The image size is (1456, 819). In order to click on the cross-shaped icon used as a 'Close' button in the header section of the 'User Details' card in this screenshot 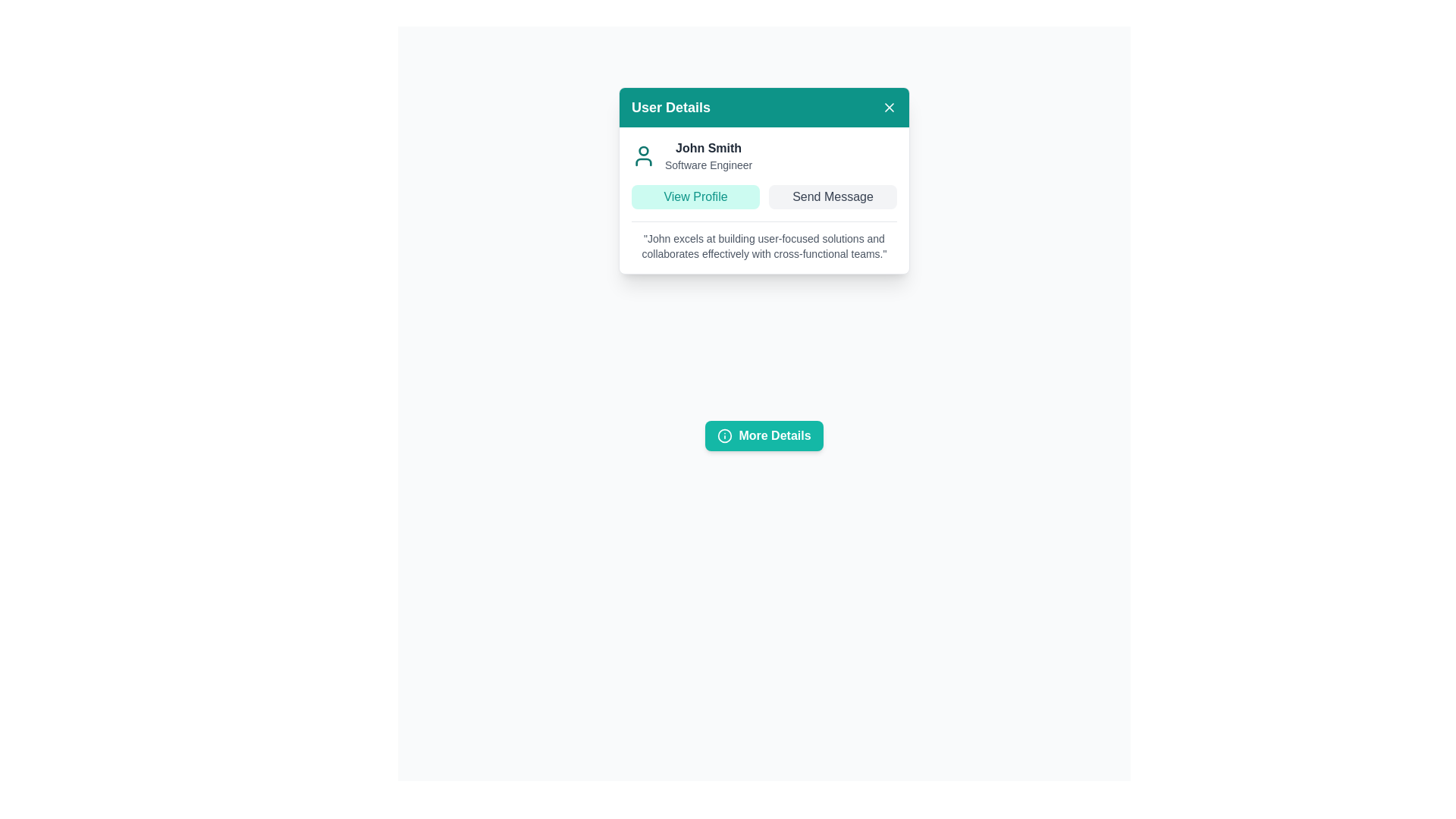, I will do `click(889, 107)`.